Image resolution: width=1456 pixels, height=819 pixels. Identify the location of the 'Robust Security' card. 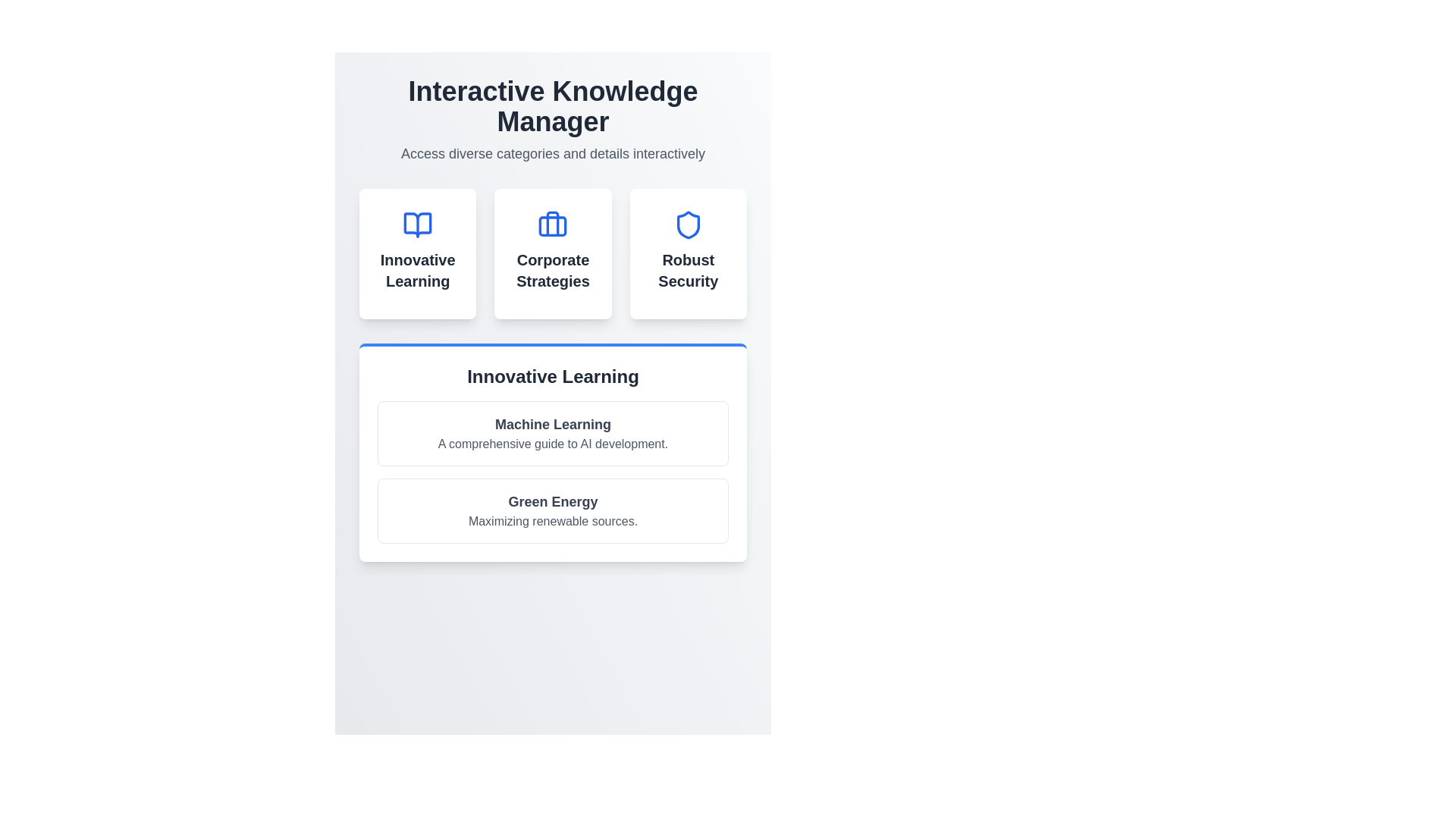
(687, 253).